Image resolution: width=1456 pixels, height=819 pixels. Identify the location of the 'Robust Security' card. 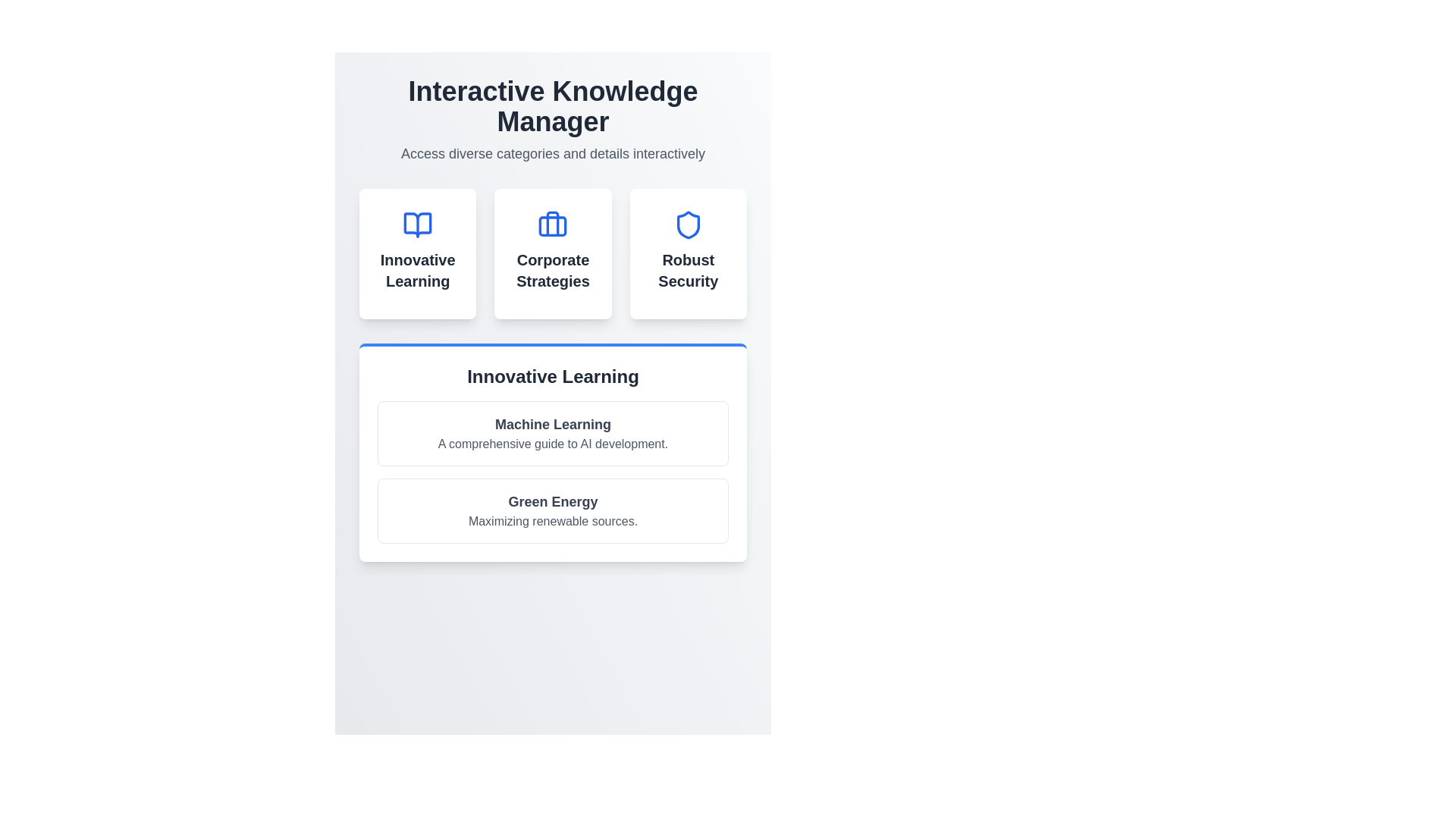
(687, 253).